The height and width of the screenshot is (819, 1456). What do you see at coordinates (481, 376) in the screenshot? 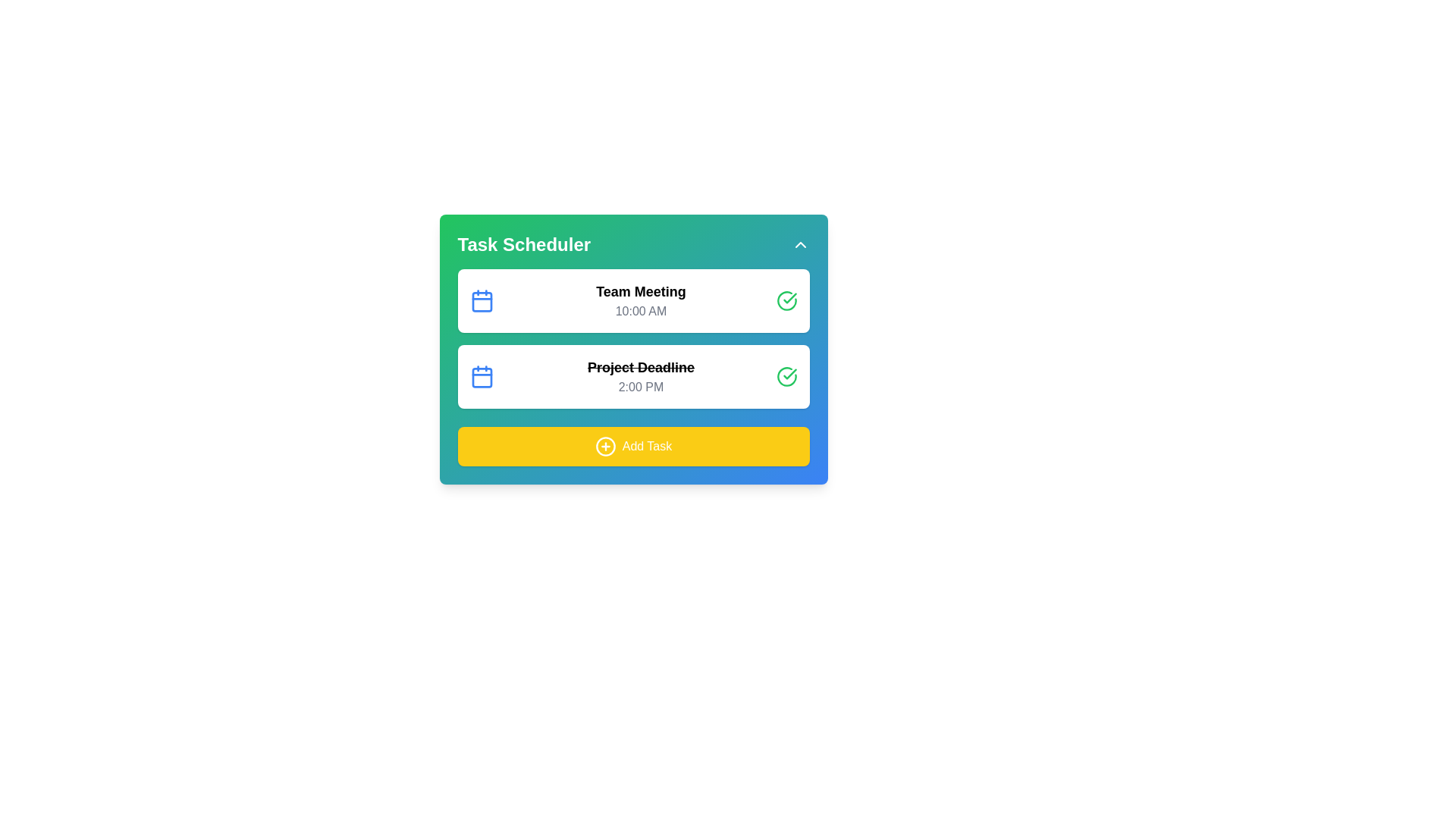
I see `the calendar icon with a blue outline that represents a calendar, located to the left of the text 'Project Deadline' and '2:00 PM'` at bounding box center [481, 376].